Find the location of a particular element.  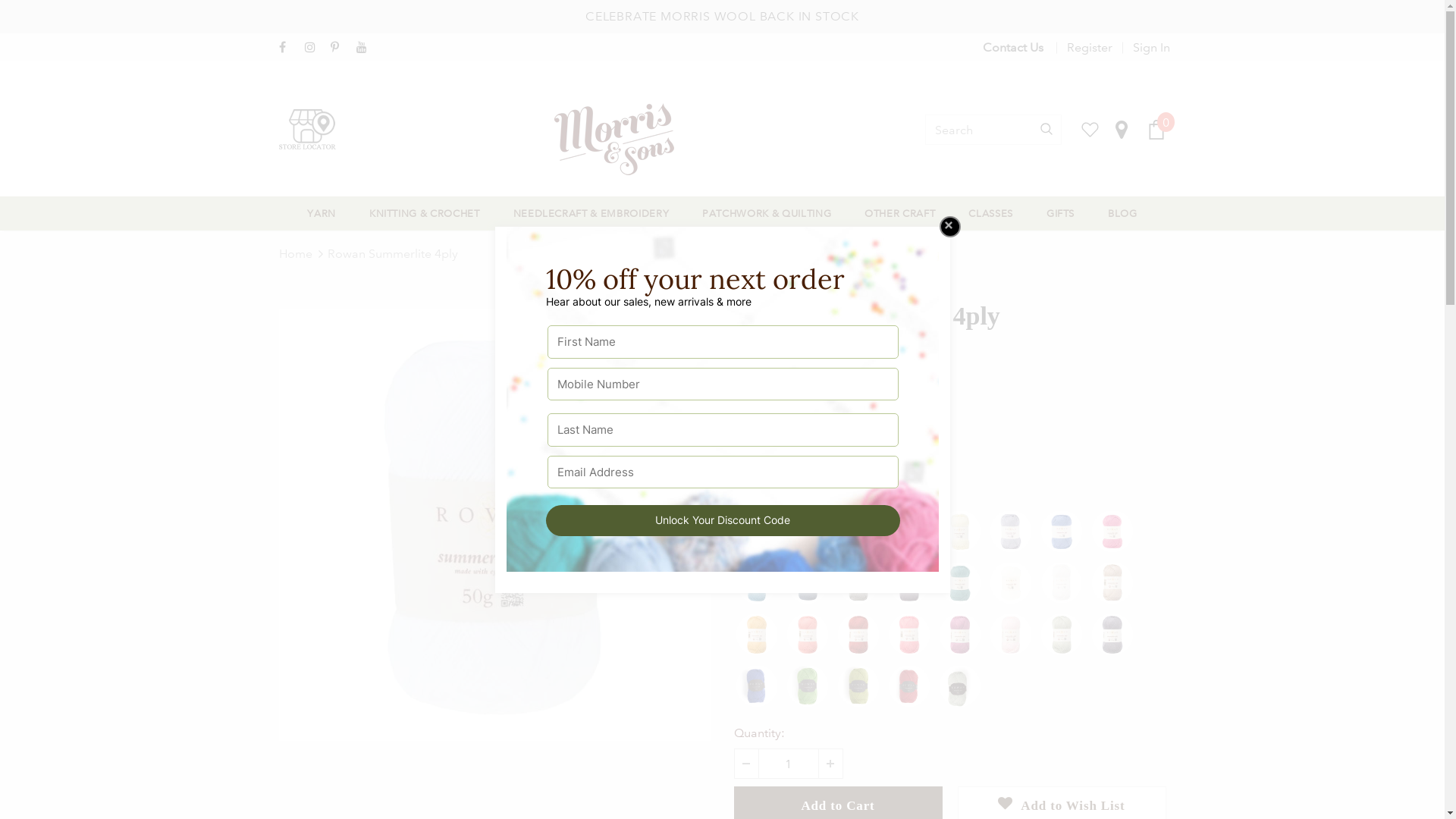

'Contact Us' is located at coordinates (983, 46).